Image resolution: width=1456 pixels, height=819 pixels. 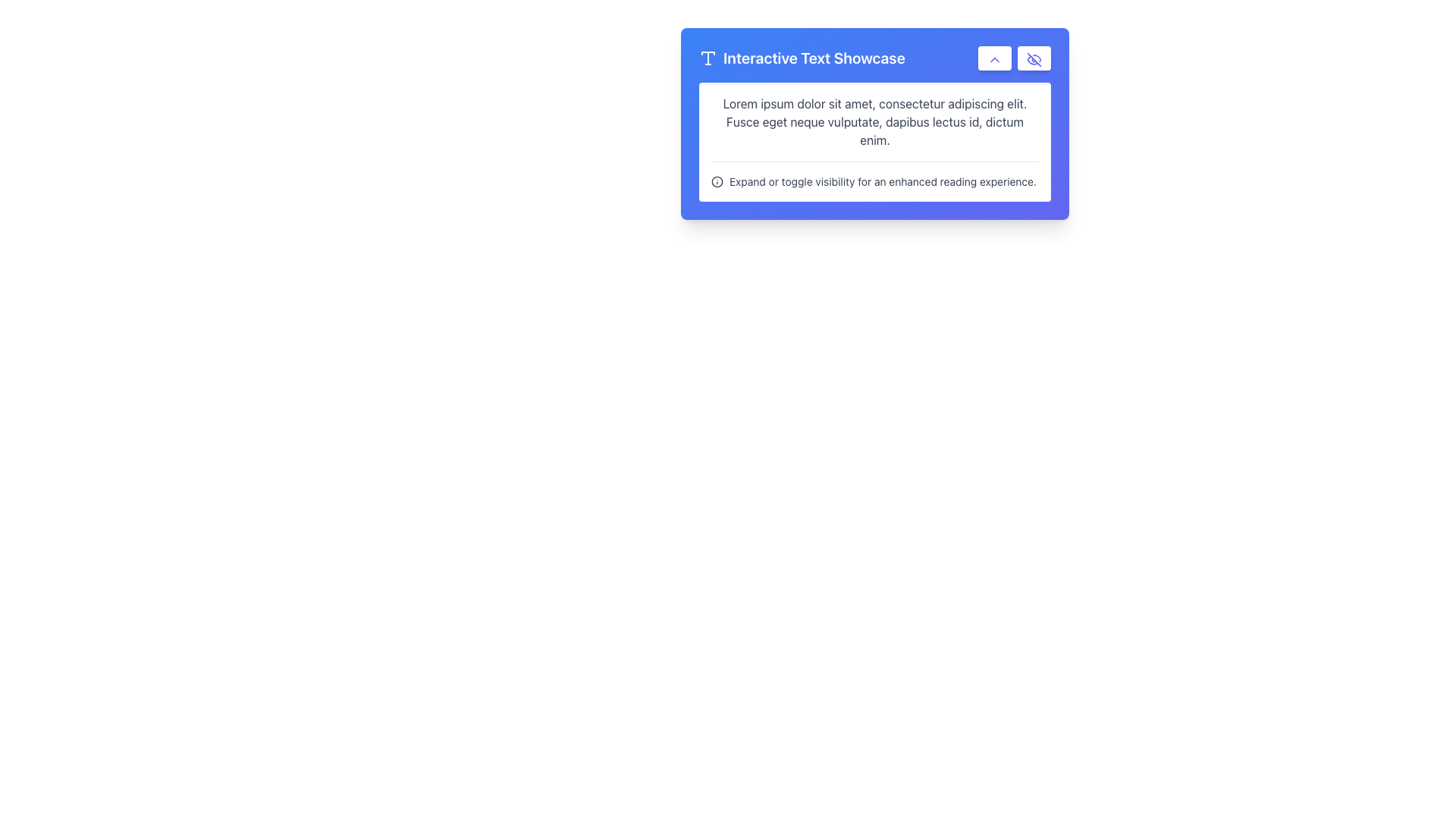 I want to click on the button located at the top-right corner of the blue information card, so click(x=994, y=58).